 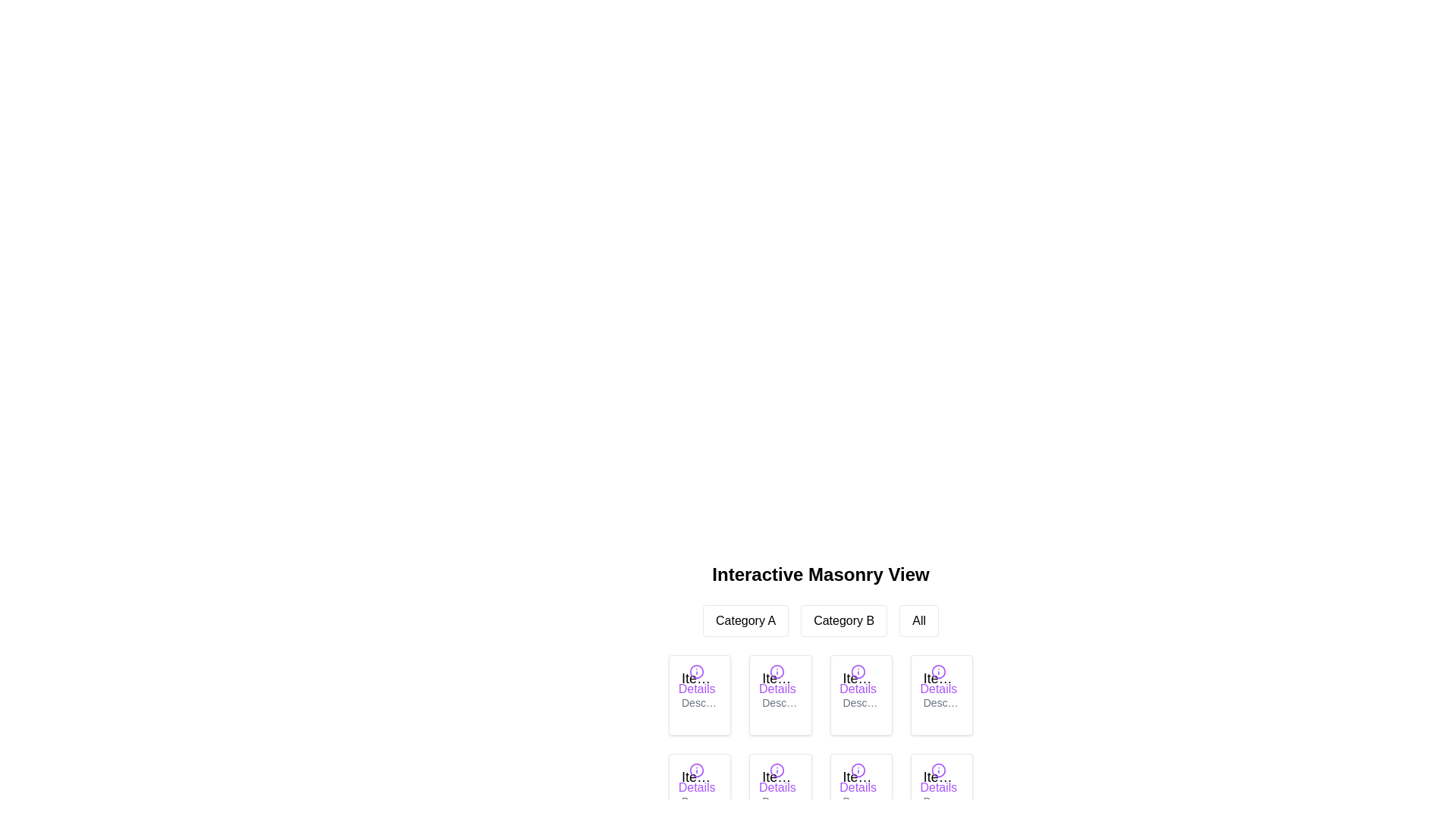 I want to click on the small circular purple icon containing an 'i' symbol, located at the top right corner of the 'Details' button in the second row, third column of the interactive masonry grid layout, so click(x=858, y=770).